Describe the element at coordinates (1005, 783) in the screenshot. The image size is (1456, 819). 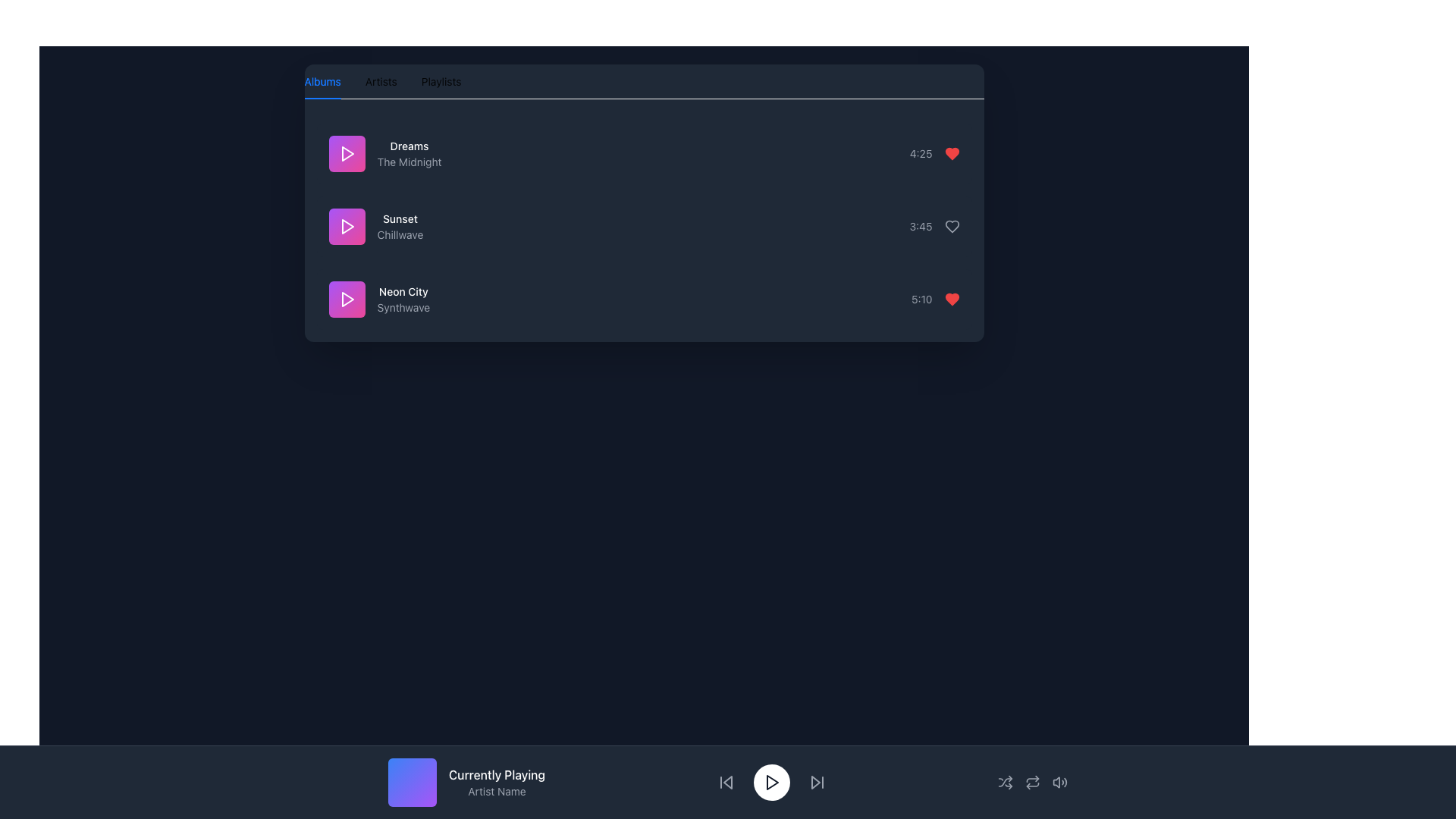
I see `the shuffle mode icon button located in the bottom control bar of the music application` at that location.